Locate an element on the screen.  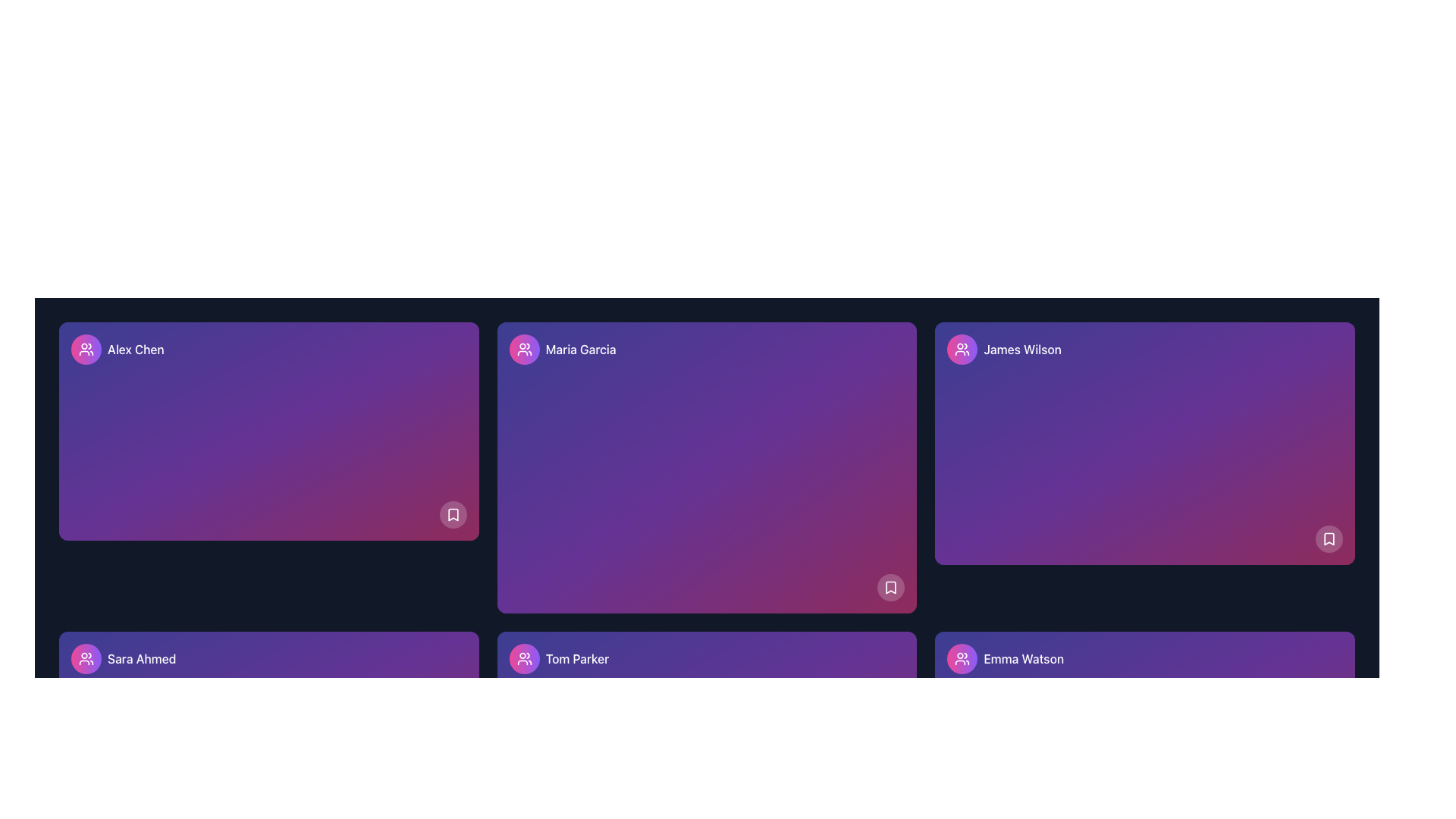
the bookmark button located at the bottom-right corner of the card labeled 'James Wilson' is located at coordinates (1328, 538).